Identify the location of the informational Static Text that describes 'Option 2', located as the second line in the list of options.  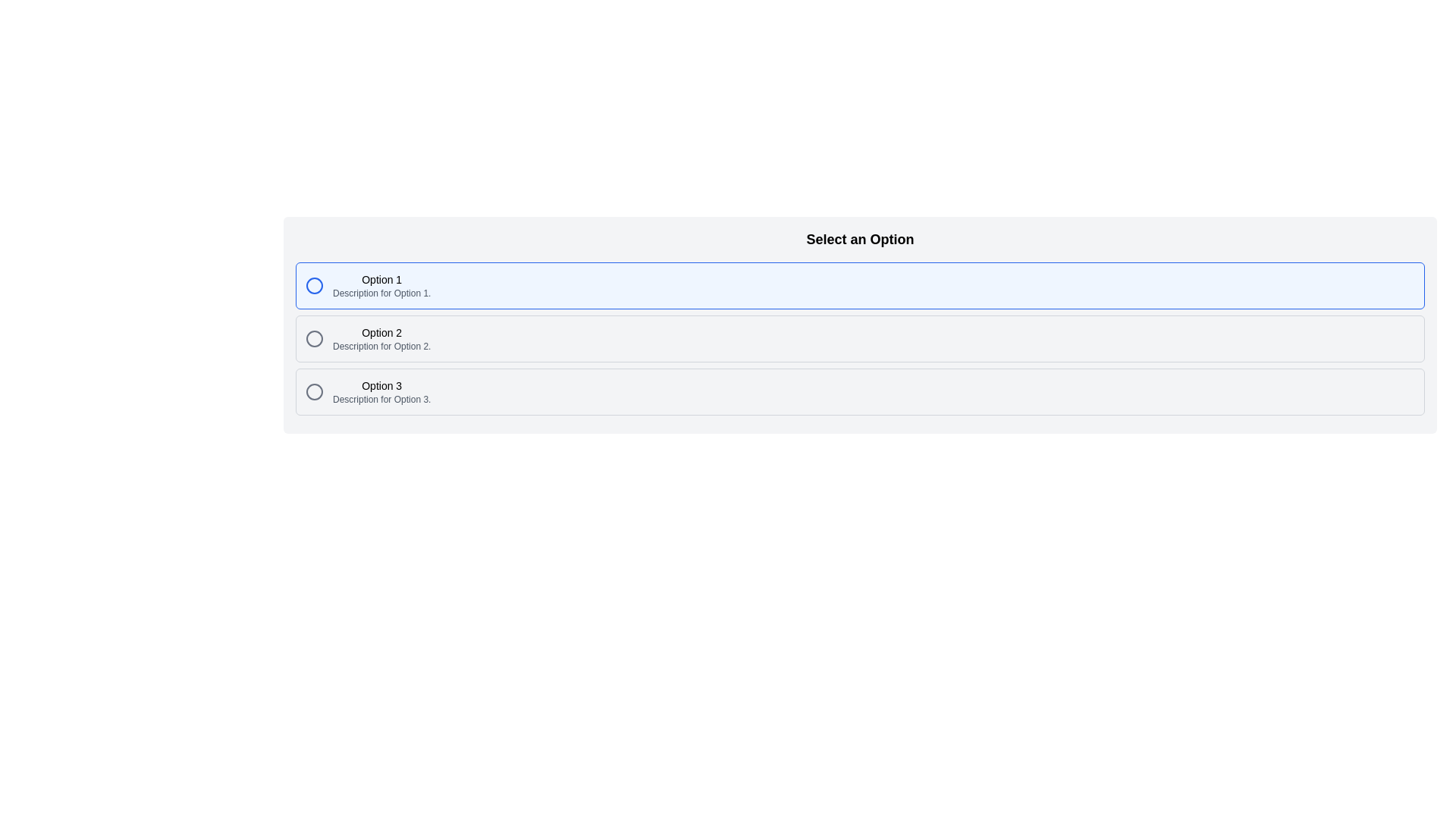
(381, 346).